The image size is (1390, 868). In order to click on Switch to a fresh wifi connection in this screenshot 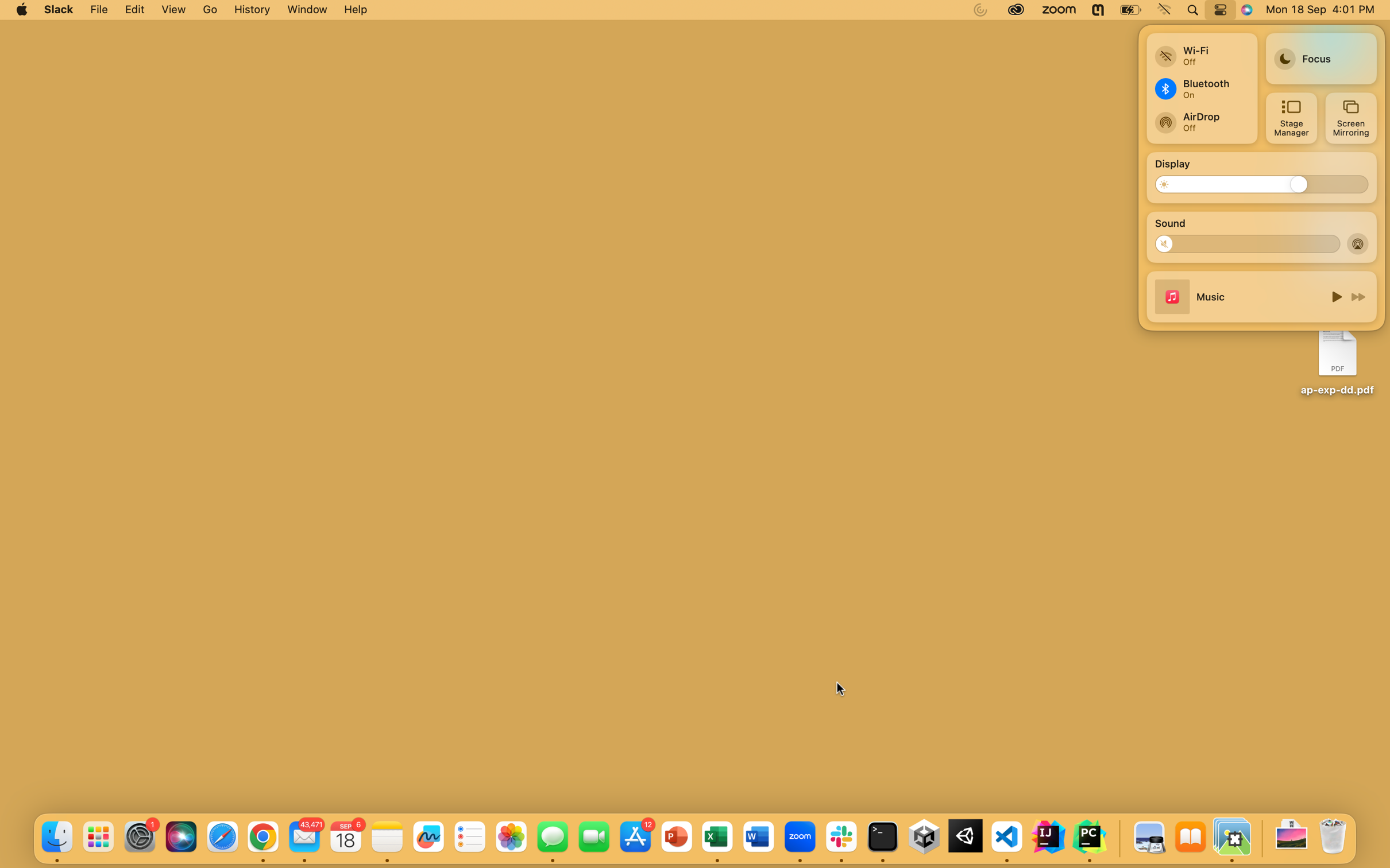, I will do `click(1200, 51)`.